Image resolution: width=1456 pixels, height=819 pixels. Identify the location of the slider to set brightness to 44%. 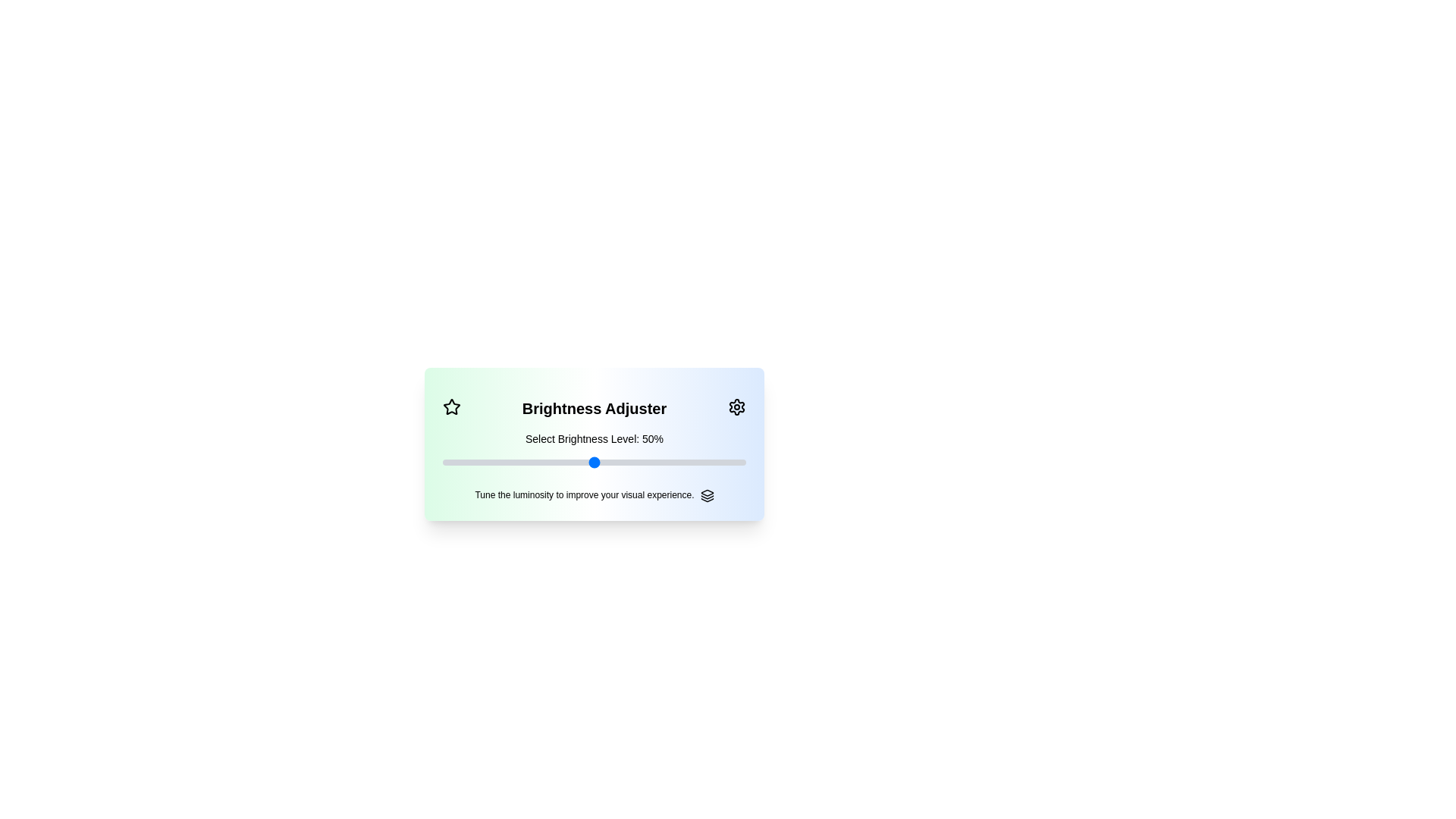
(442, 461).